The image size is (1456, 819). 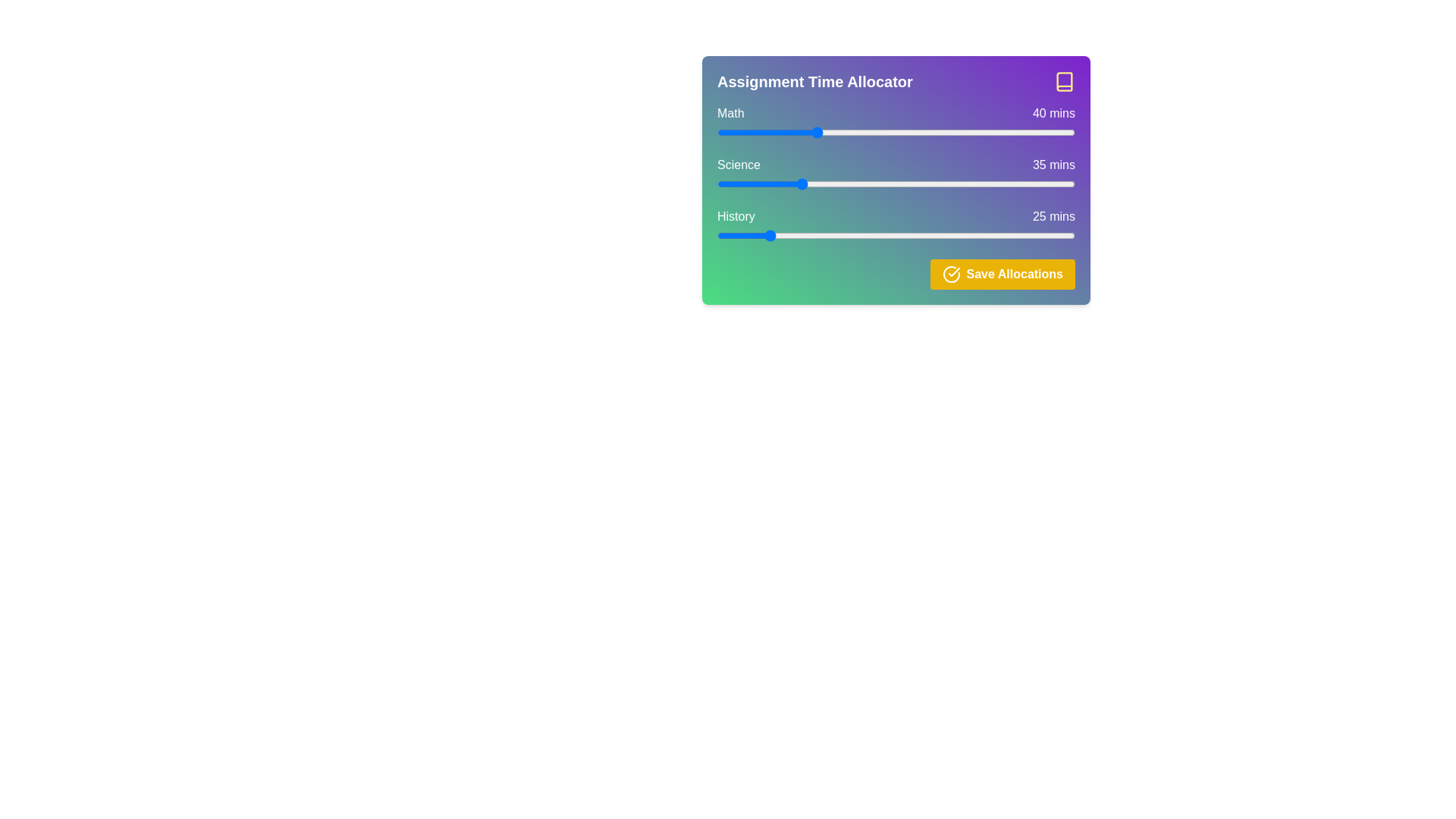 What do you see at coordinates (1053, 165) in the screenshot?
I see `the label displaying '35 mins' which is aligned to the right of the 'Science' label and slider, positioned above the 'History' row` at bounding box center [1053, 165].